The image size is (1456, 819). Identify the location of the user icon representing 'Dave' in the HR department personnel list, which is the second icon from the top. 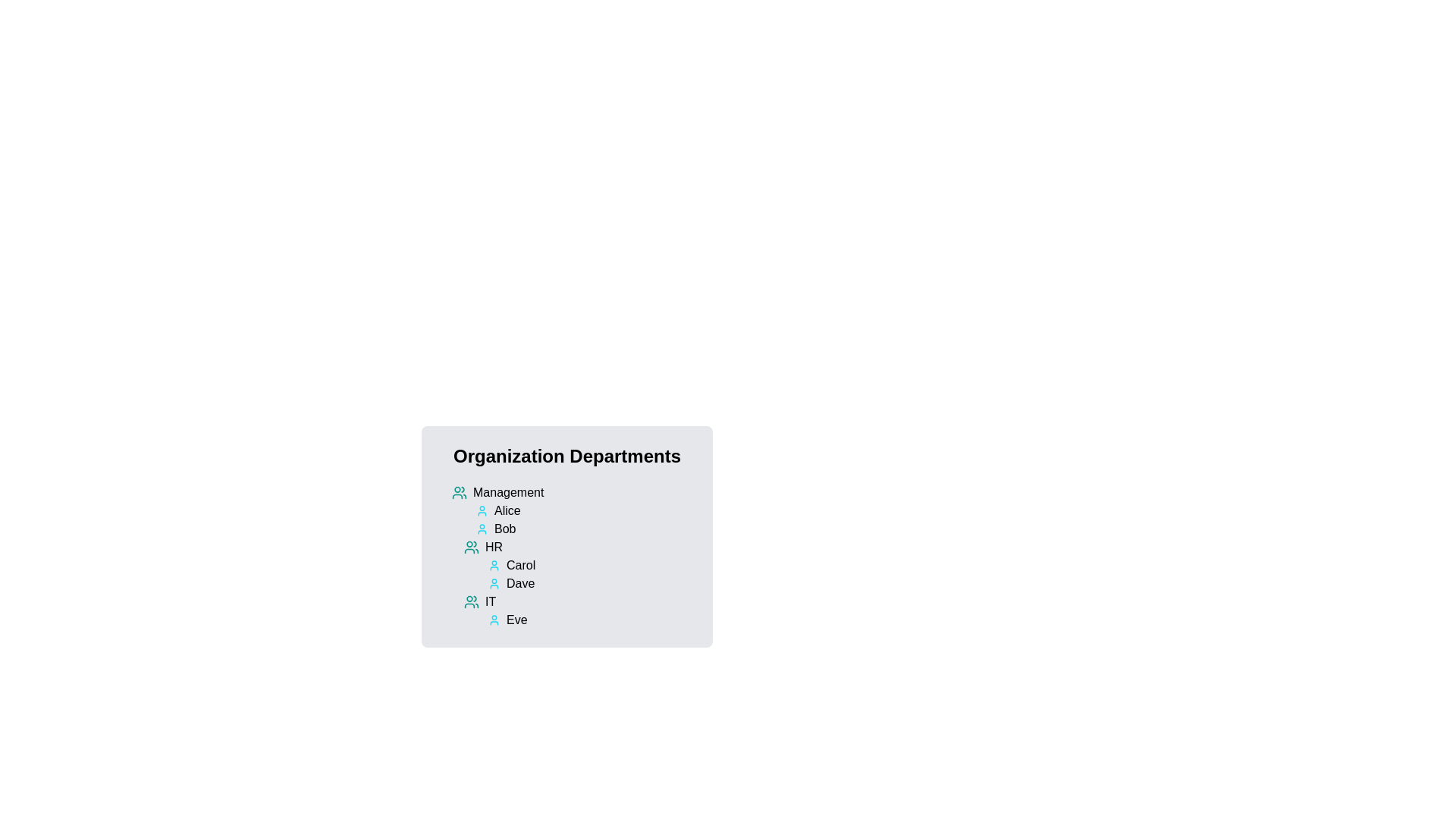
(494, 583).